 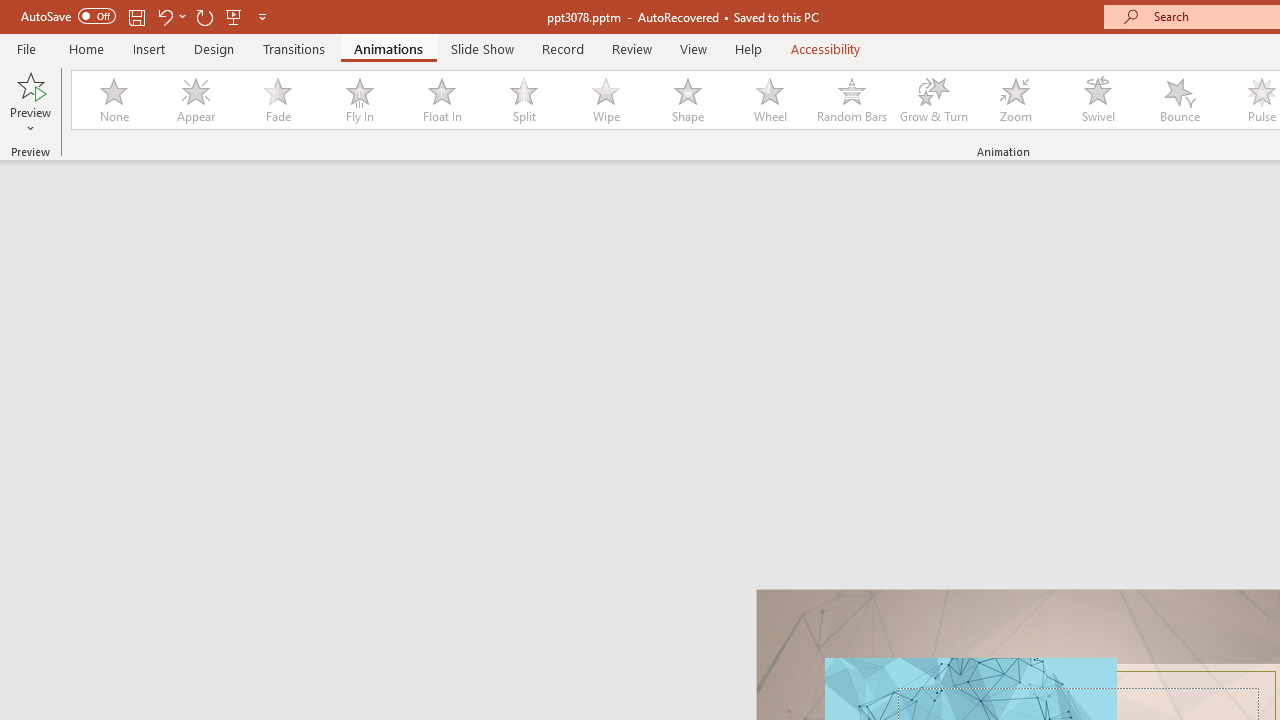 I want to click on 'Grow & Turn', so click(x=933, y=100).